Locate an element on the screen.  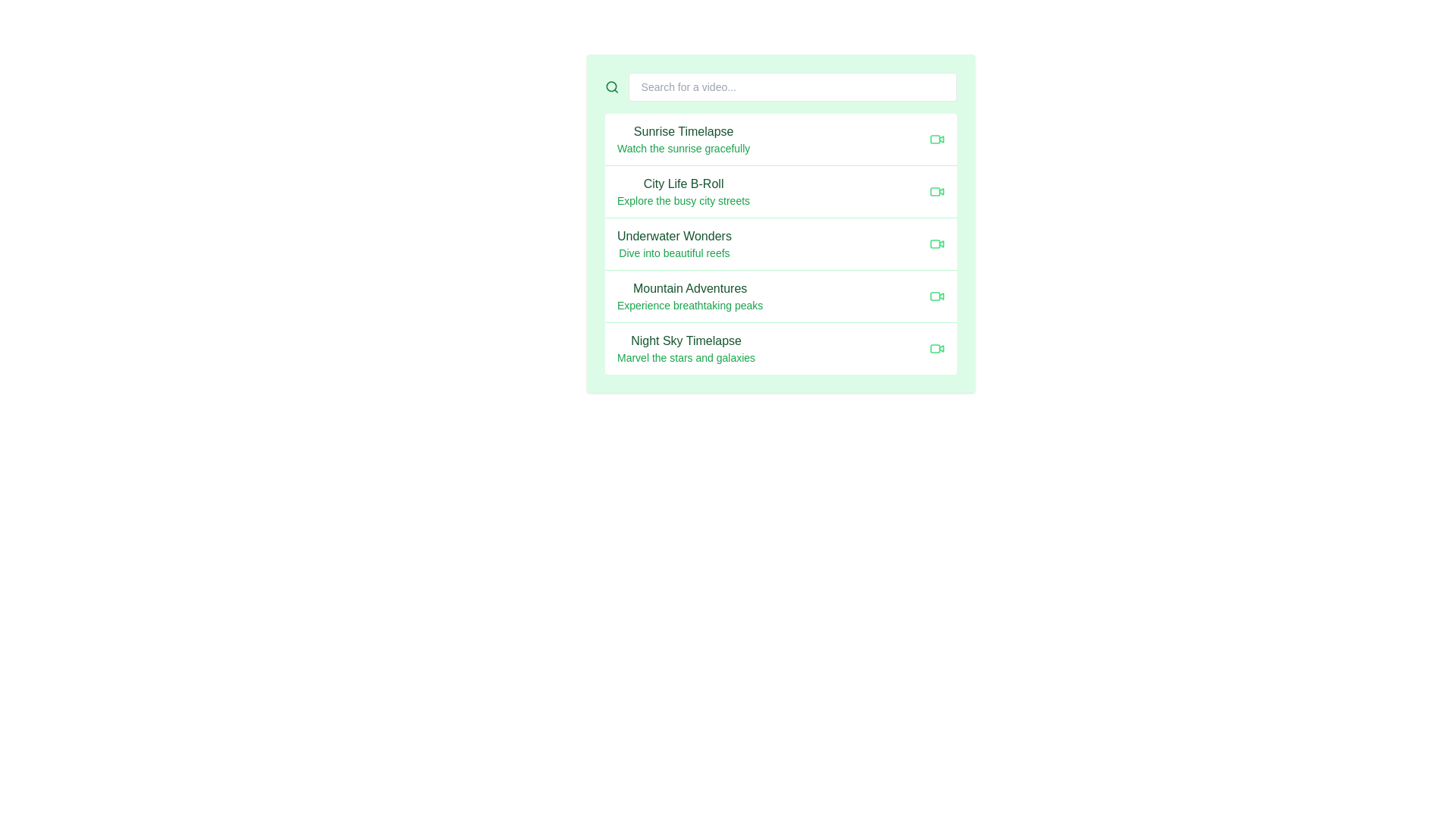
the text label displaying 'Watch the sunrise gracefully', which is a small-sized, green-colored font located below 'Sunrise Timelapse' in the video card list is located at coordinates (682, 149).